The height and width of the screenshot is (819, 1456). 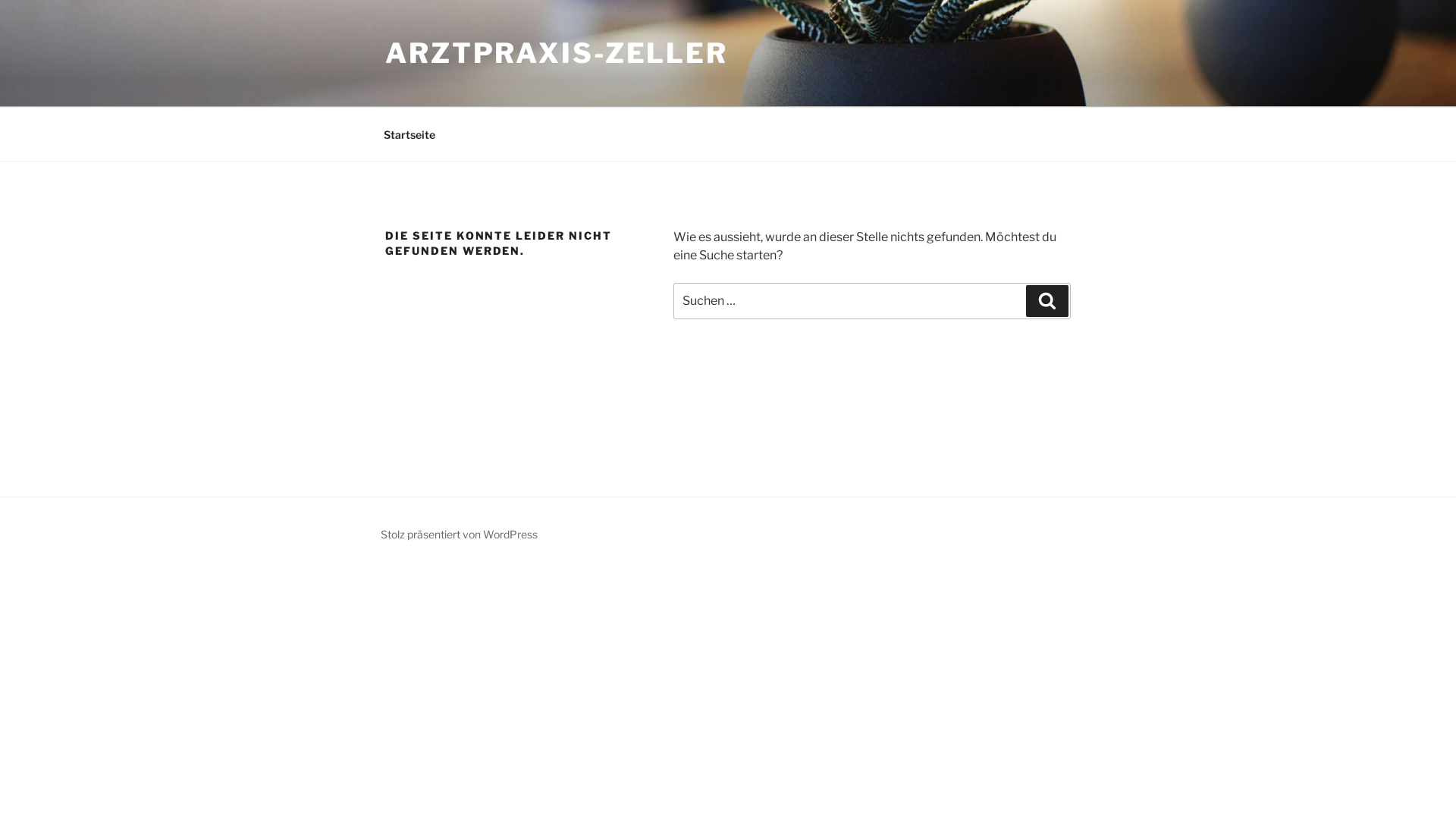 I want to click on 'Suchen', so click(x=1026, y=301).